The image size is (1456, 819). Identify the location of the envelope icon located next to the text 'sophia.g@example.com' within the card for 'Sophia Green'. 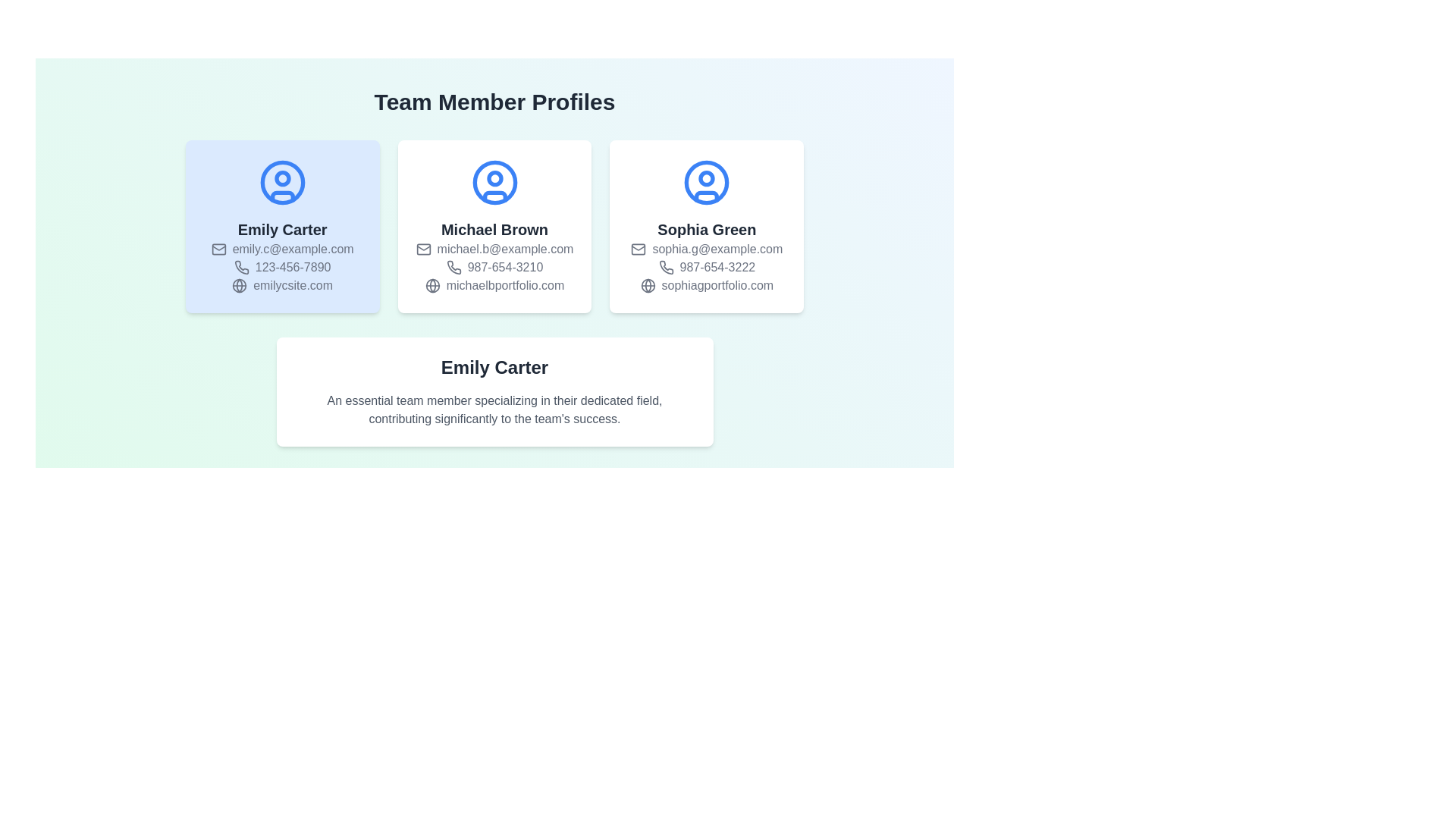
(639, 248).